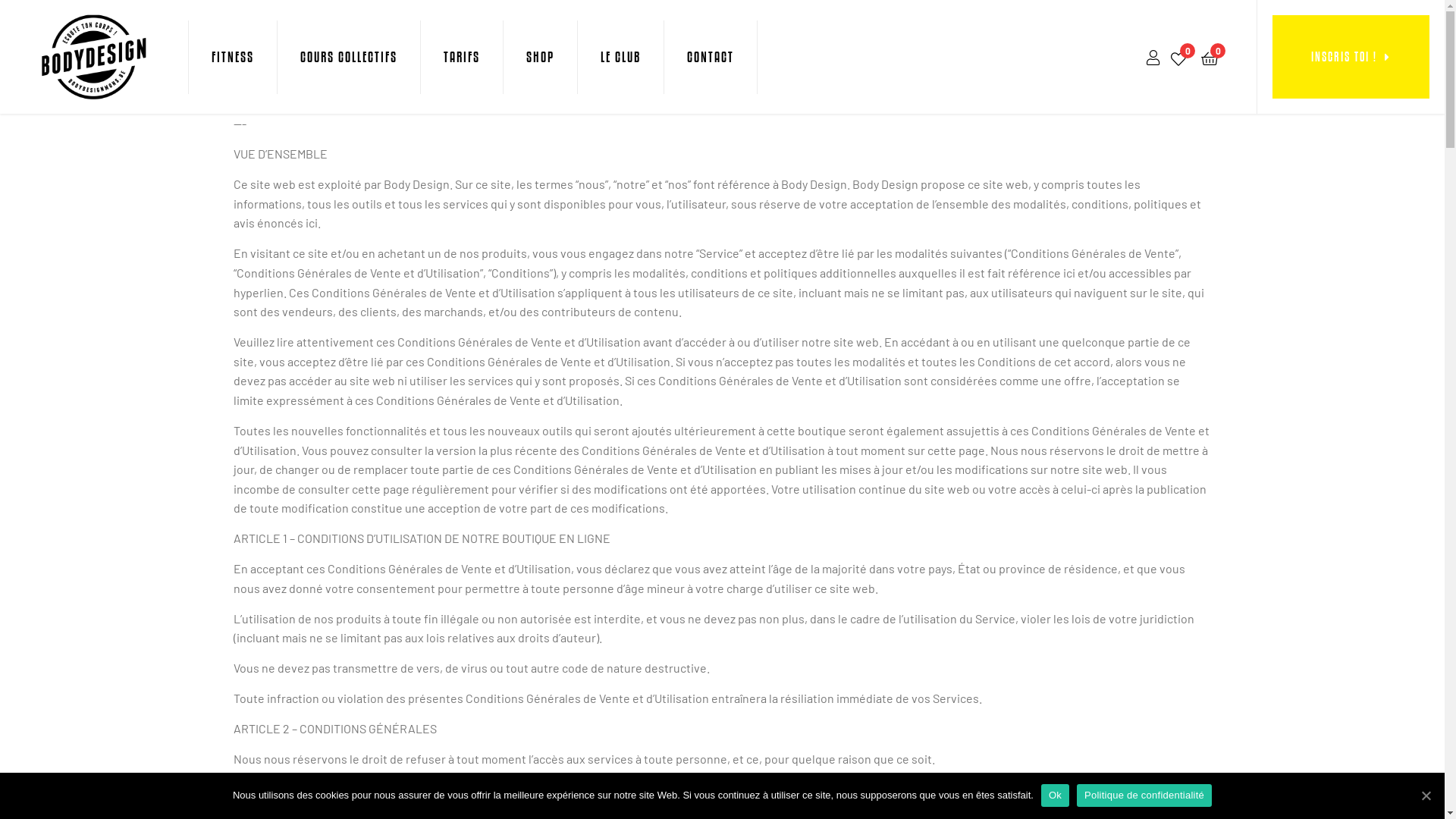 The height and width of the screenshot is (819, 1456). What do you see at coordinates (1178, 55) in the screenshot?
I see `'0'` at bounding box center [1178, 55].